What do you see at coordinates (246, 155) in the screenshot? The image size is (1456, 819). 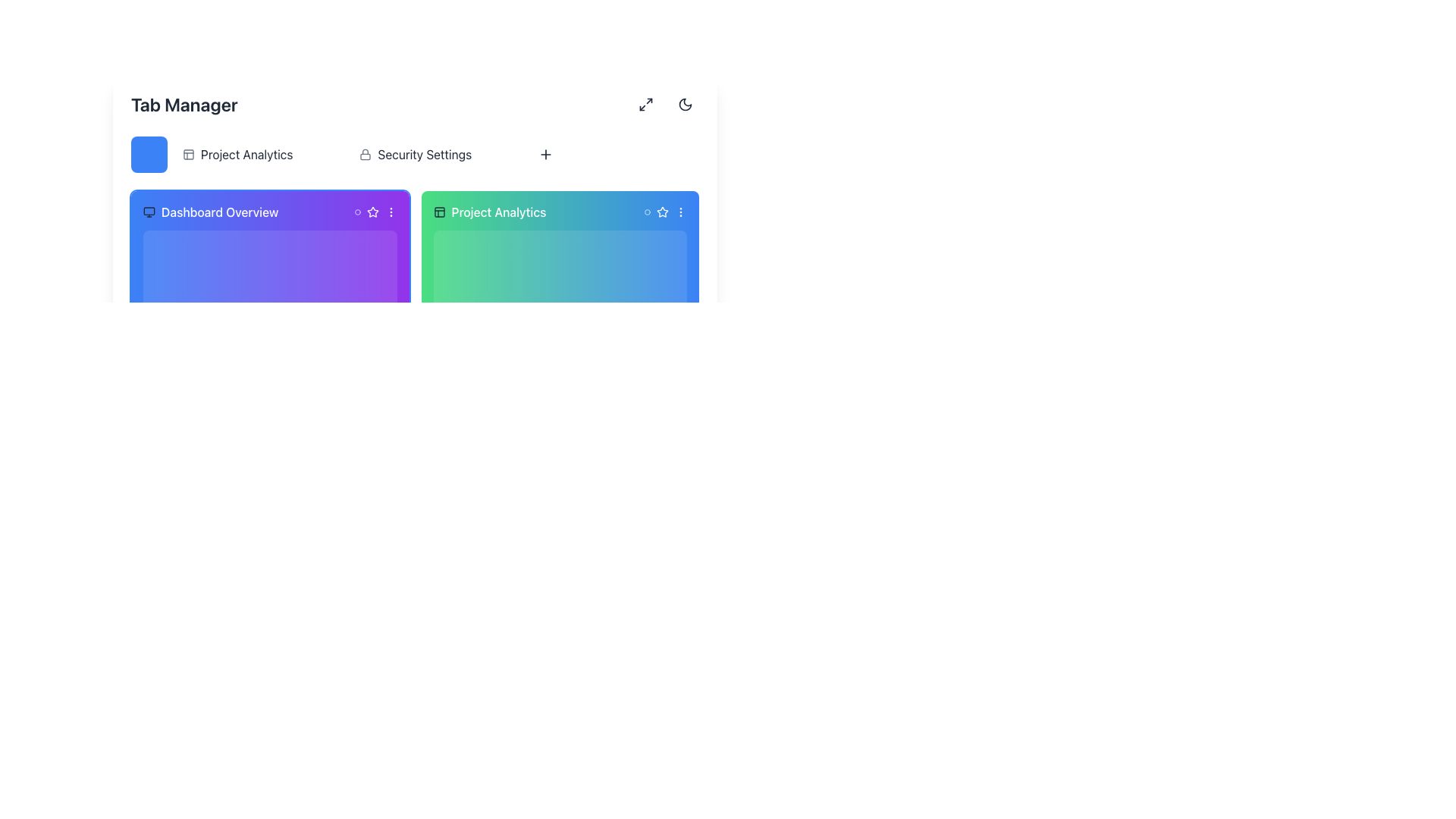 I see `the text label displaying 'Project Analytics' in black sans-serif font, located at the top-left part of the interface, to the right of a small blue square icon` at bounding box center [246, 155].